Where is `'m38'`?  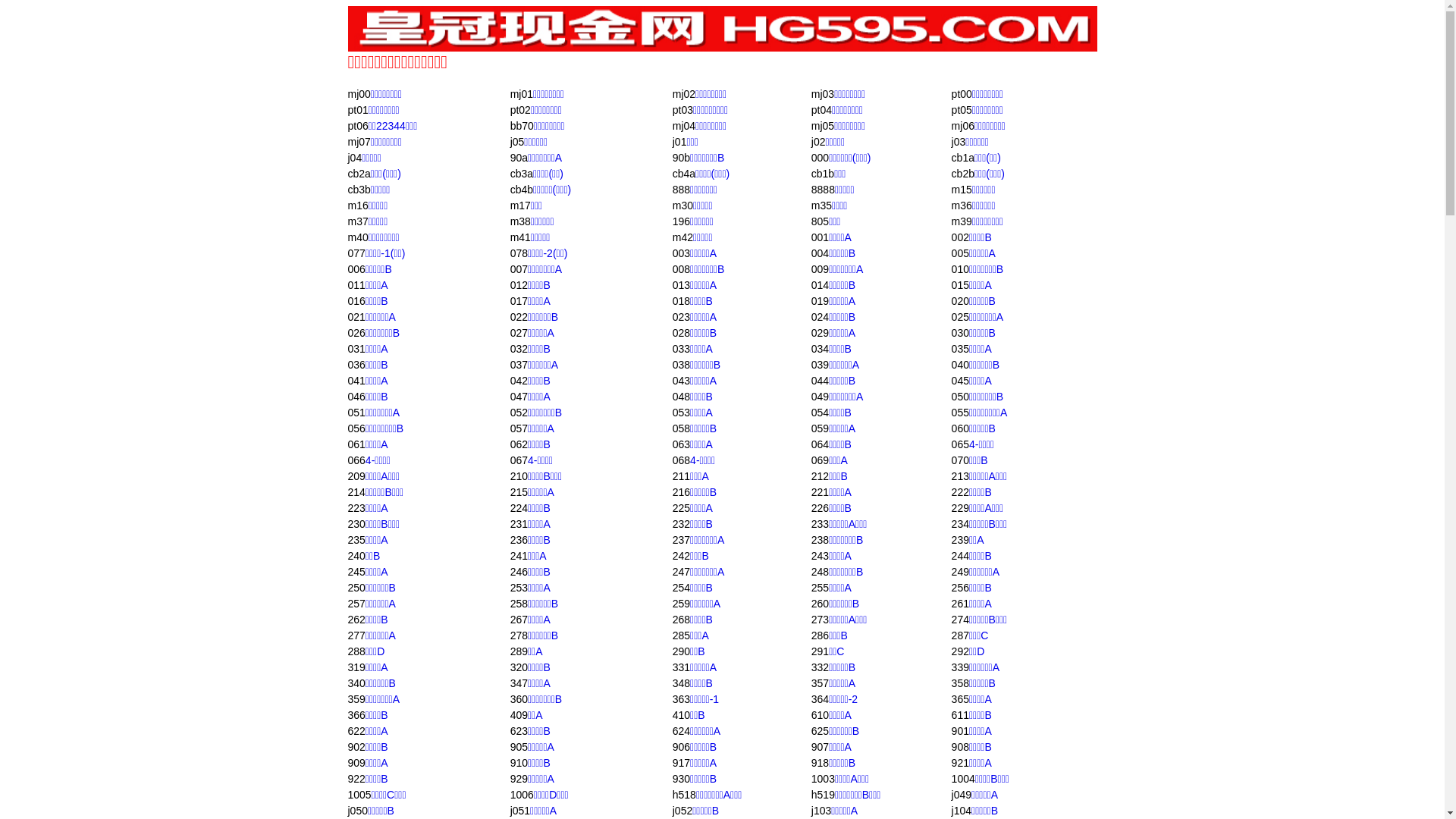
'm38' is located at coordinates (520, 221).